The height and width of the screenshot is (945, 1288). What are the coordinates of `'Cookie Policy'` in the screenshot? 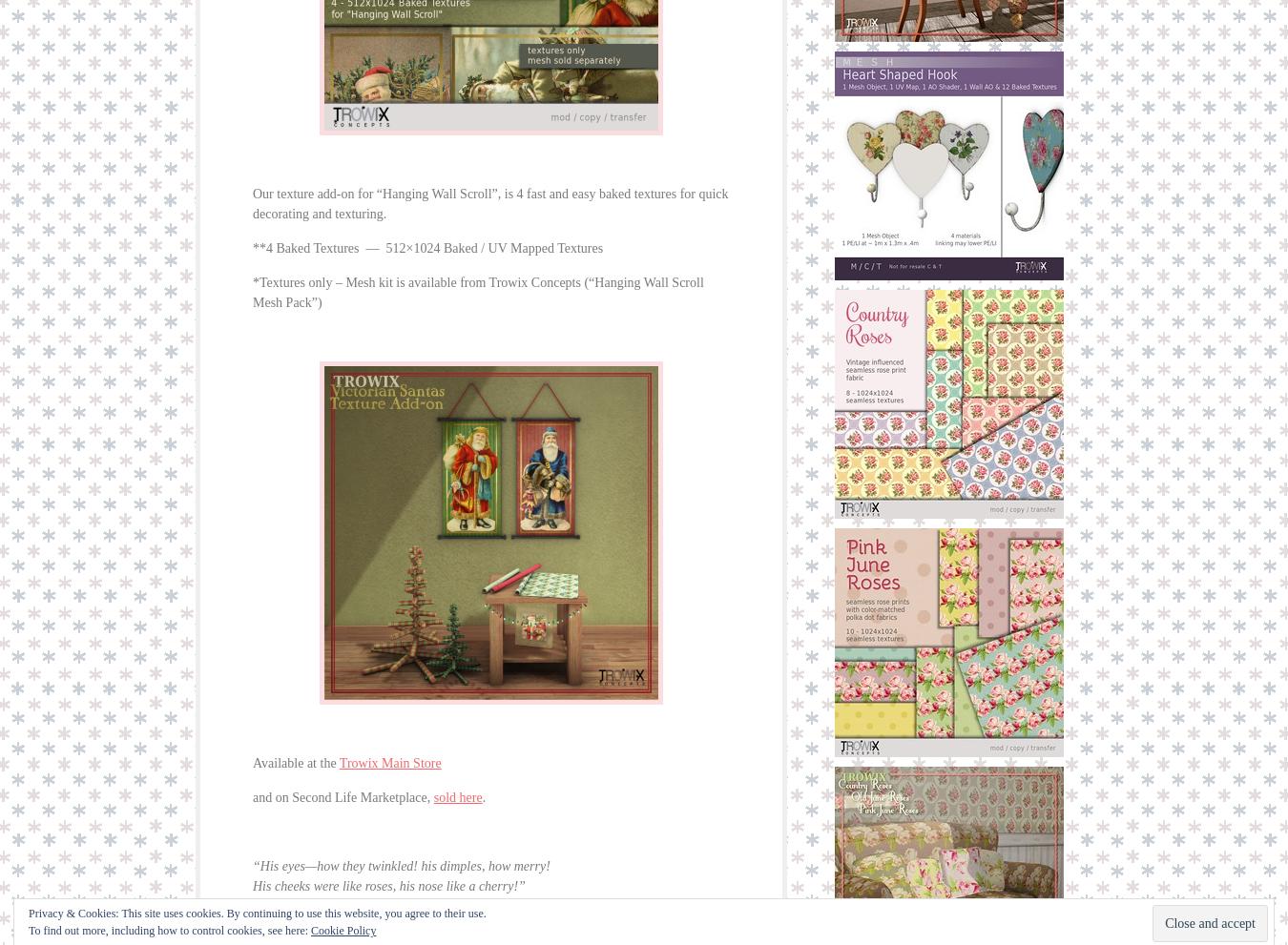 It's located at (310, 931).